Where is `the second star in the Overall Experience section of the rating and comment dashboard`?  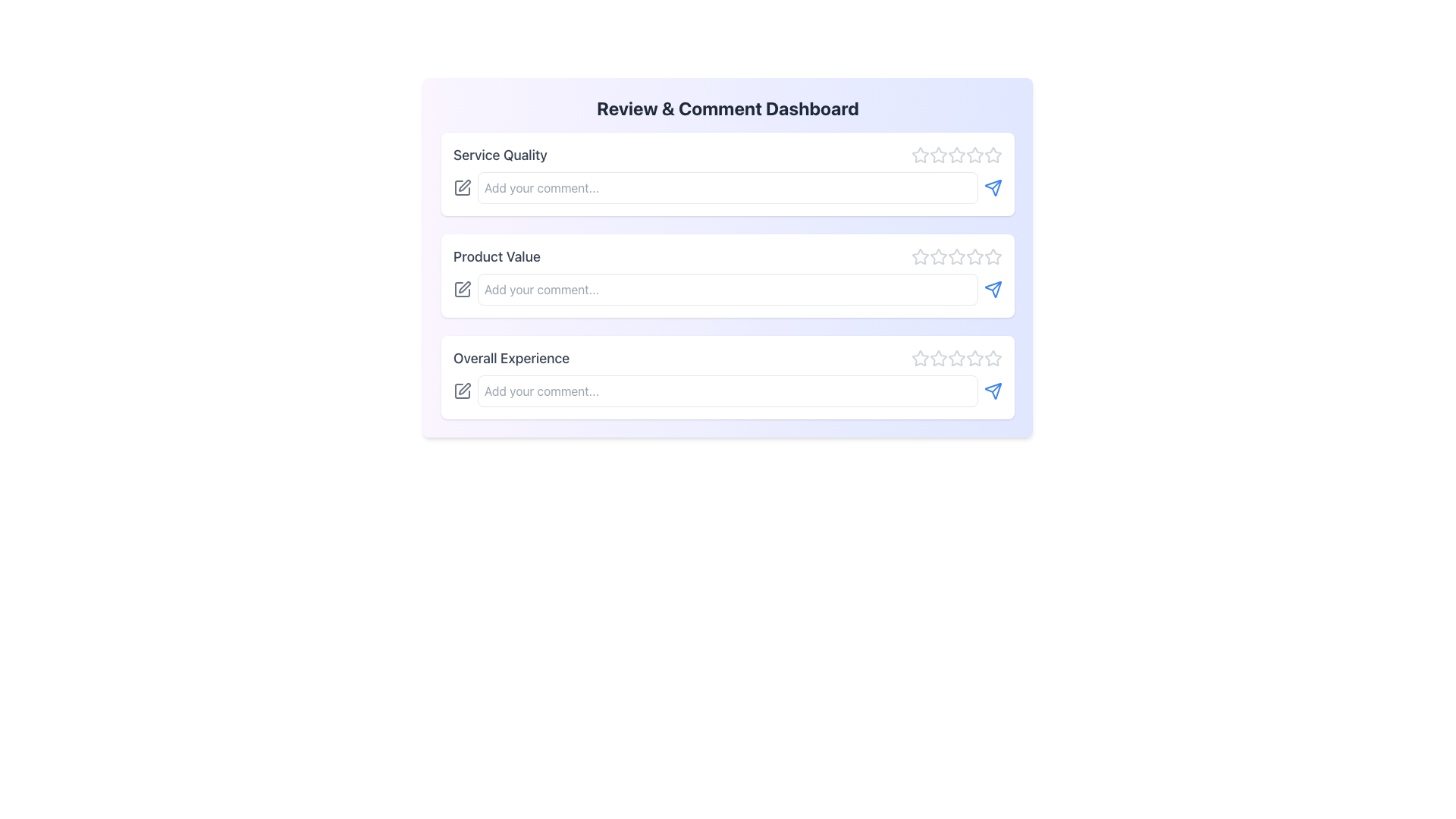
the second star in the Overall Experience section of the rating and comment dashboard is located at coordinates (938, 358).